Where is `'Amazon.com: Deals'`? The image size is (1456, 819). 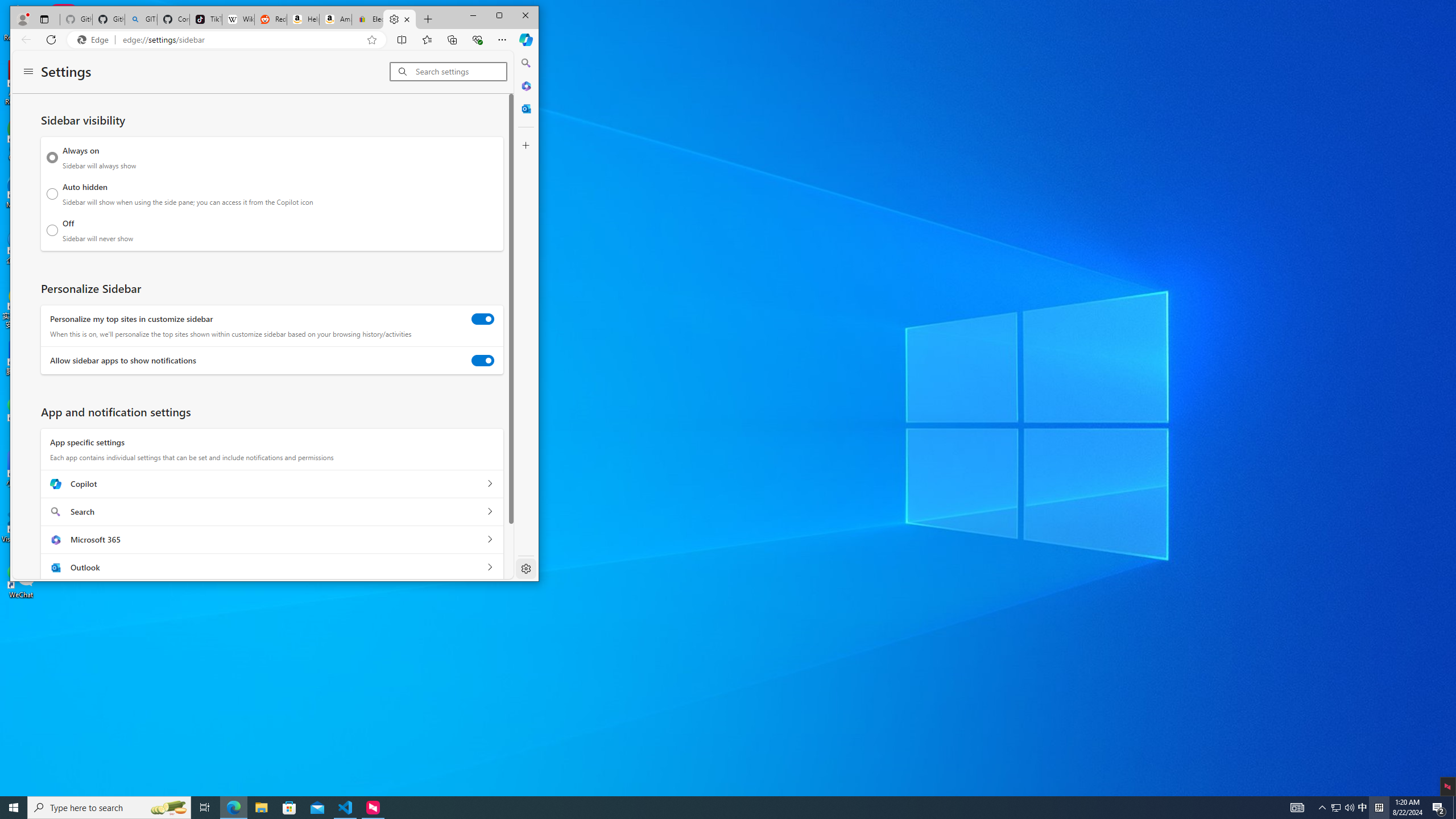 'Amazon.com: Deals' is located at coordinates (336, 19).